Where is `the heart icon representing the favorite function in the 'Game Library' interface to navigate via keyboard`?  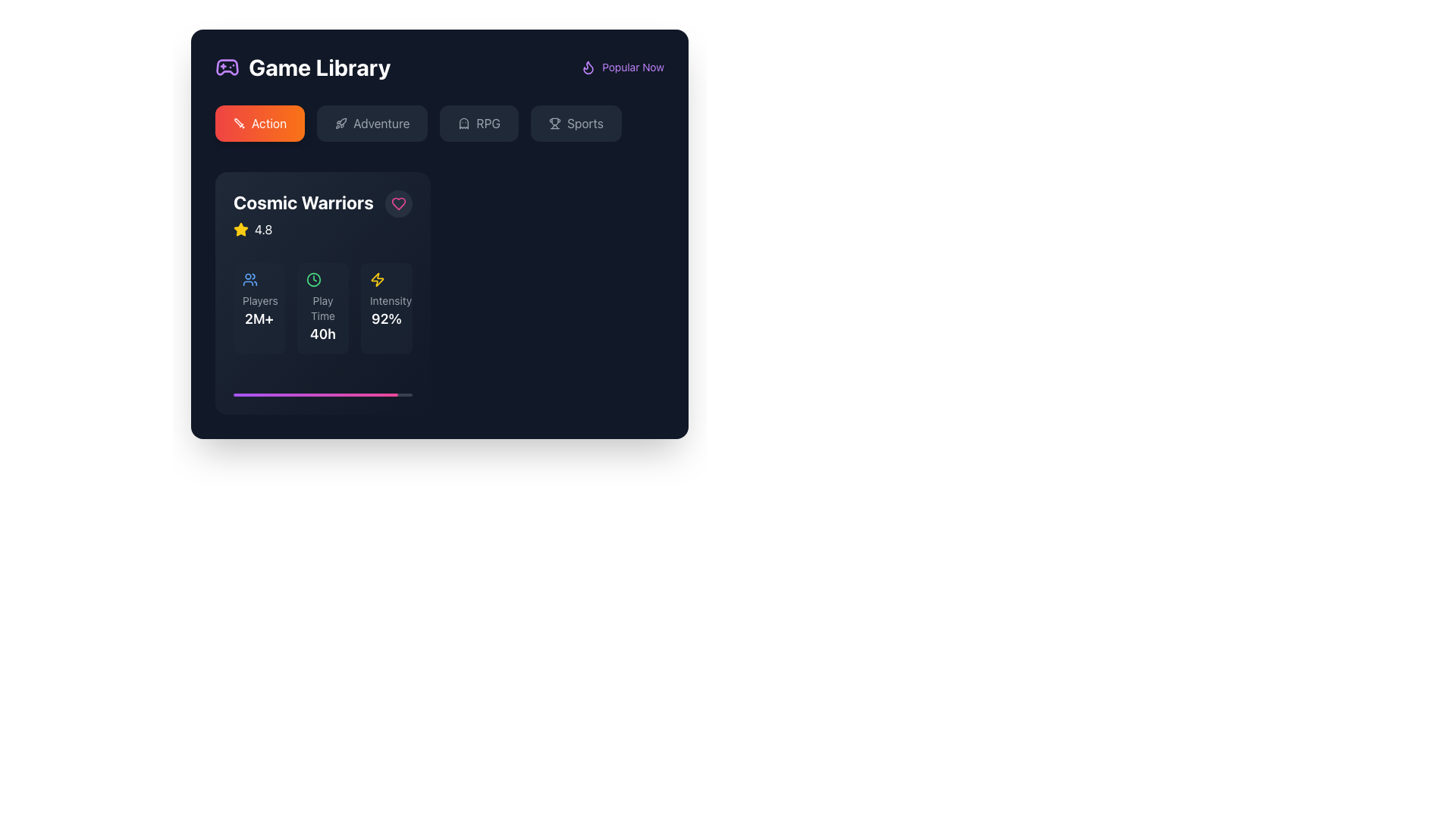
the heart icon representing the favorite function in the 'Game Library' interface to navigate via keyboard is located at coordinates (399, 203).